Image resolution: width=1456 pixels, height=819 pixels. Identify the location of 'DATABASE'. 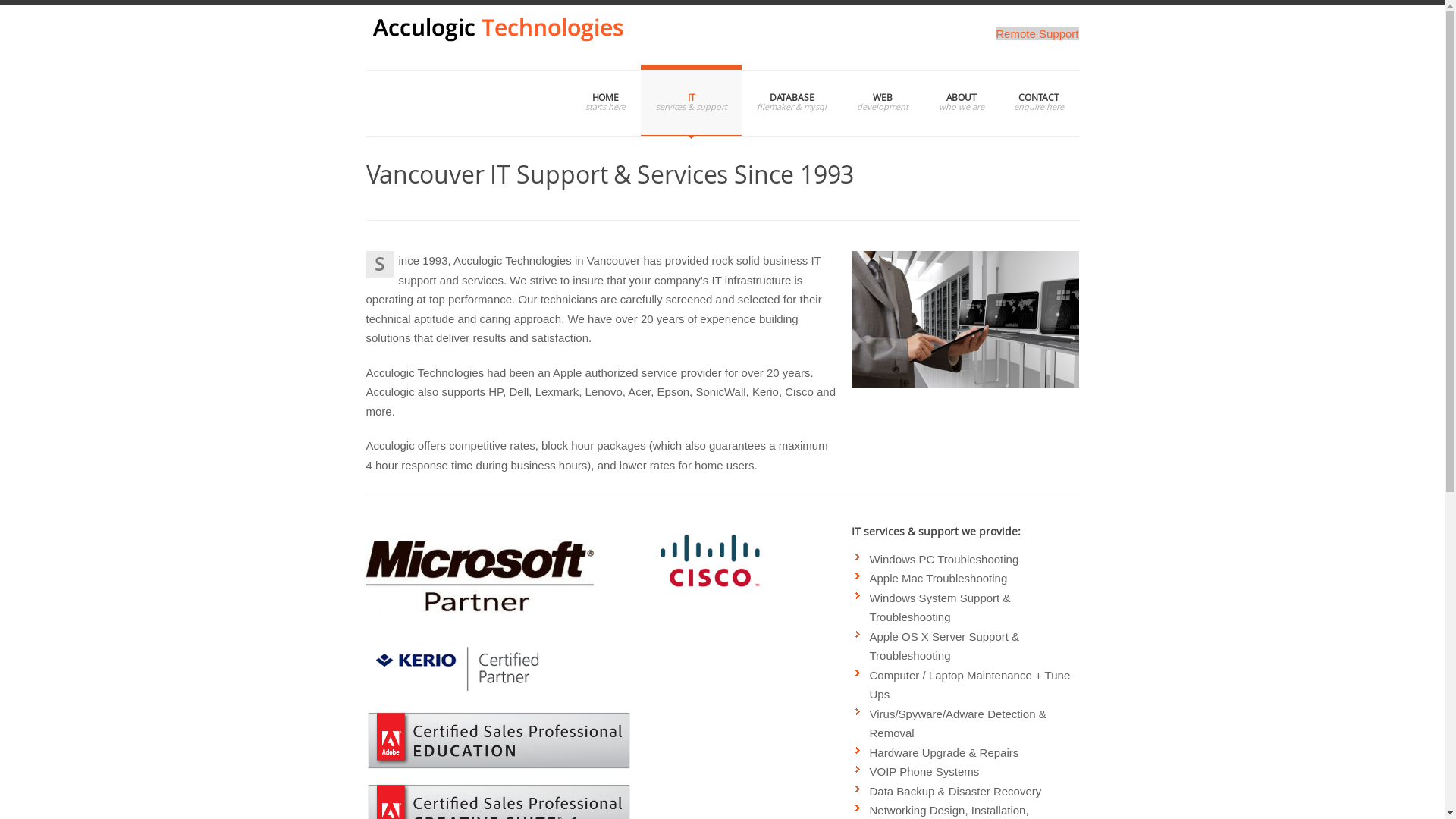
(790, 100).